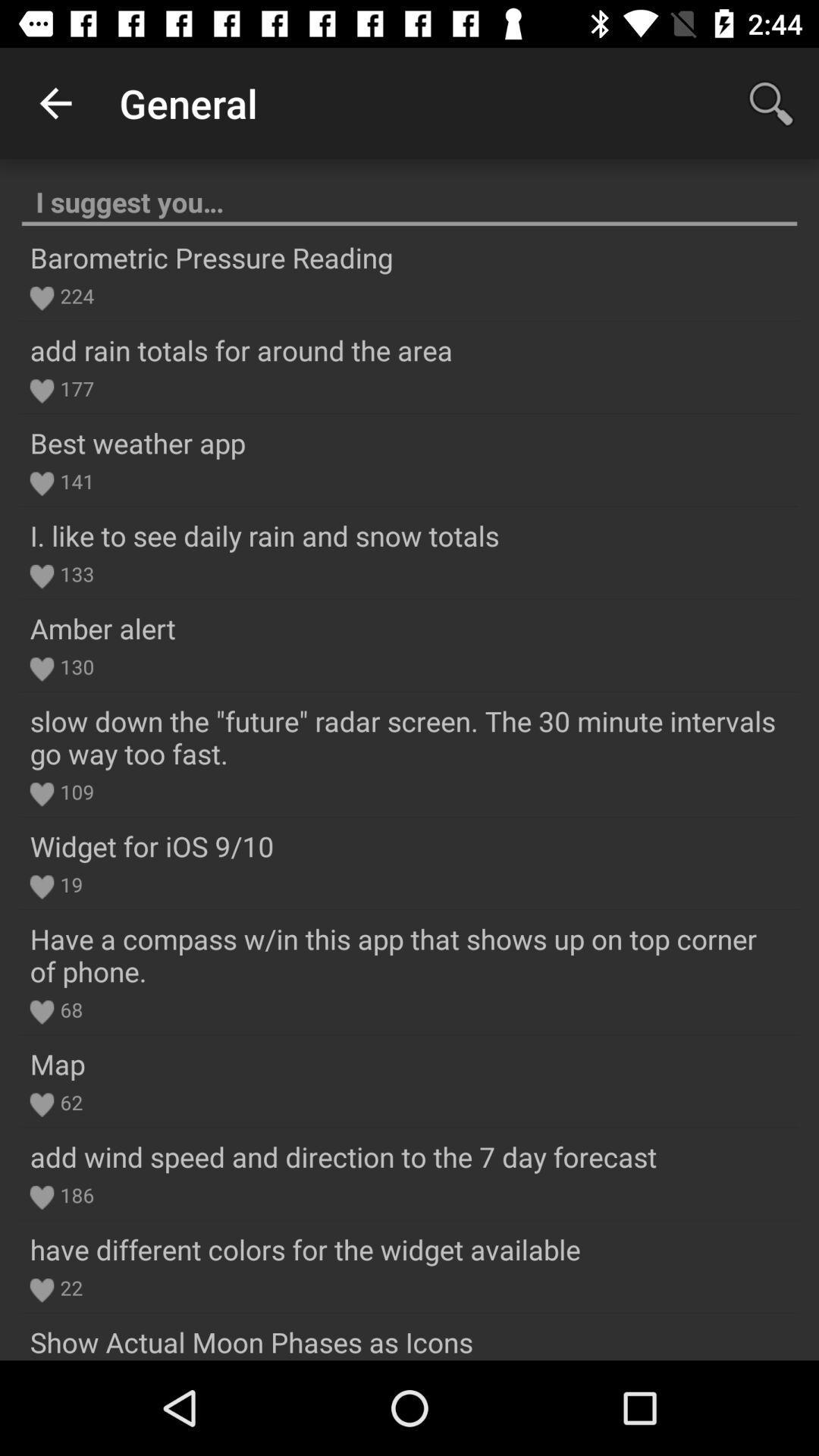 The image size is (819, 1456). Describe the element at coordinates (55, 102) in the screenshot. I see `the app next to general app` at that location.